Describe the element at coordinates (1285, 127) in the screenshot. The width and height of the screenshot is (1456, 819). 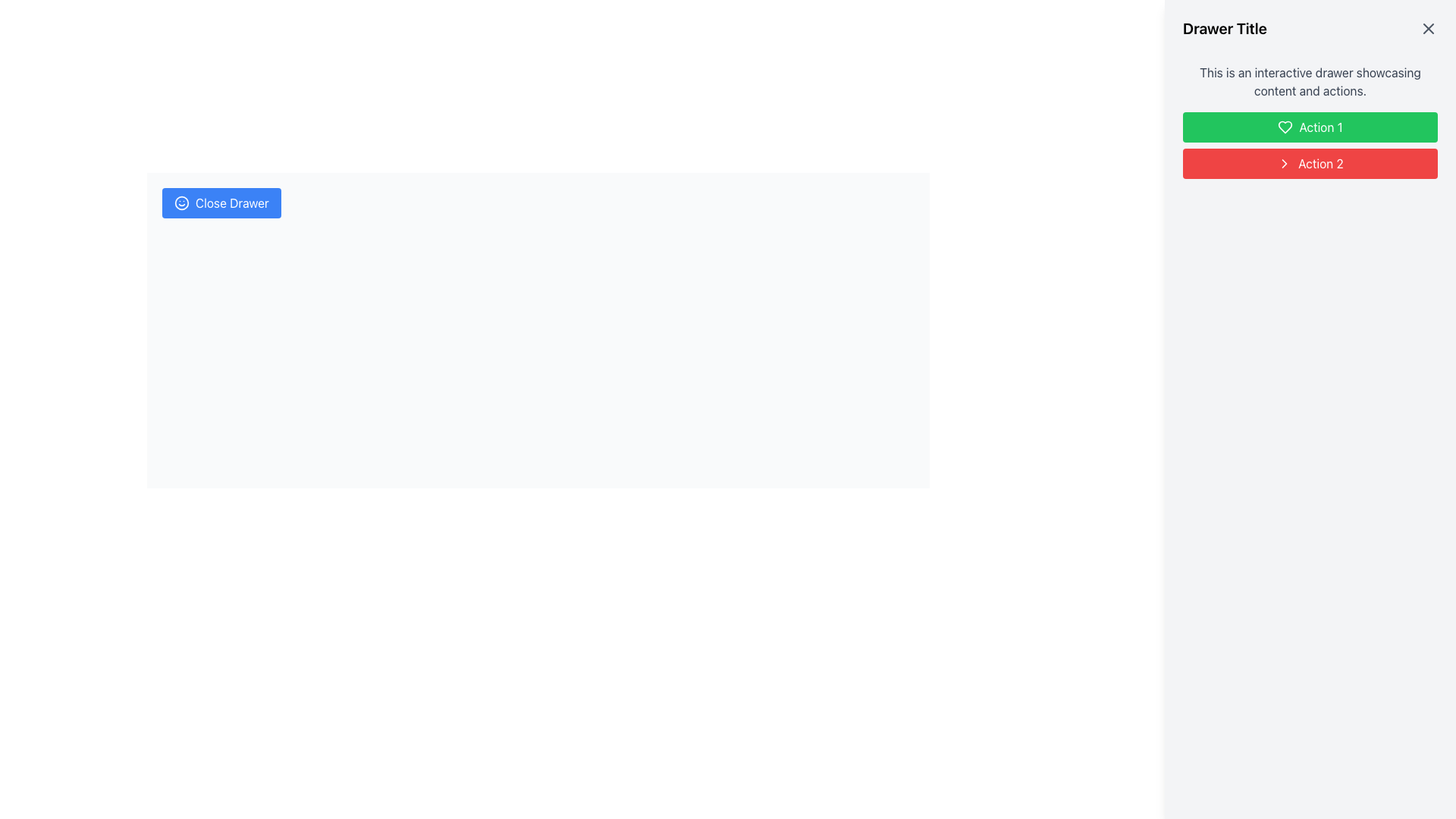
I see `the green rectangular button labeled 'Action 1' that contains the Icon representing a selection or favorite action` at that location.